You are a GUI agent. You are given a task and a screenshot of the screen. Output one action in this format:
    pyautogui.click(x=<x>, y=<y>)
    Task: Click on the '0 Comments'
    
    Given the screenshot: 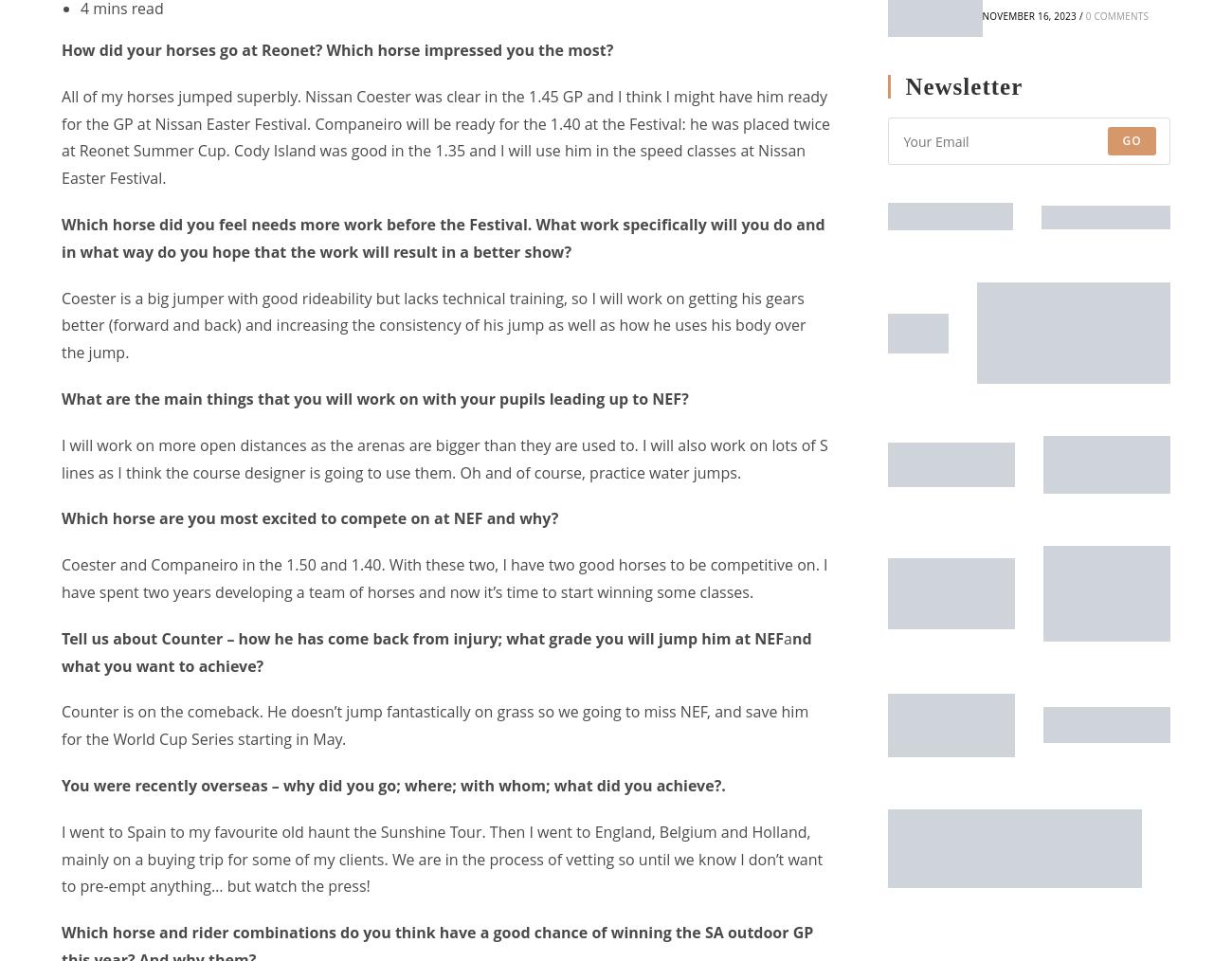 What is the action you would take?
    pyautogui.click(x=1116, y=14)
    